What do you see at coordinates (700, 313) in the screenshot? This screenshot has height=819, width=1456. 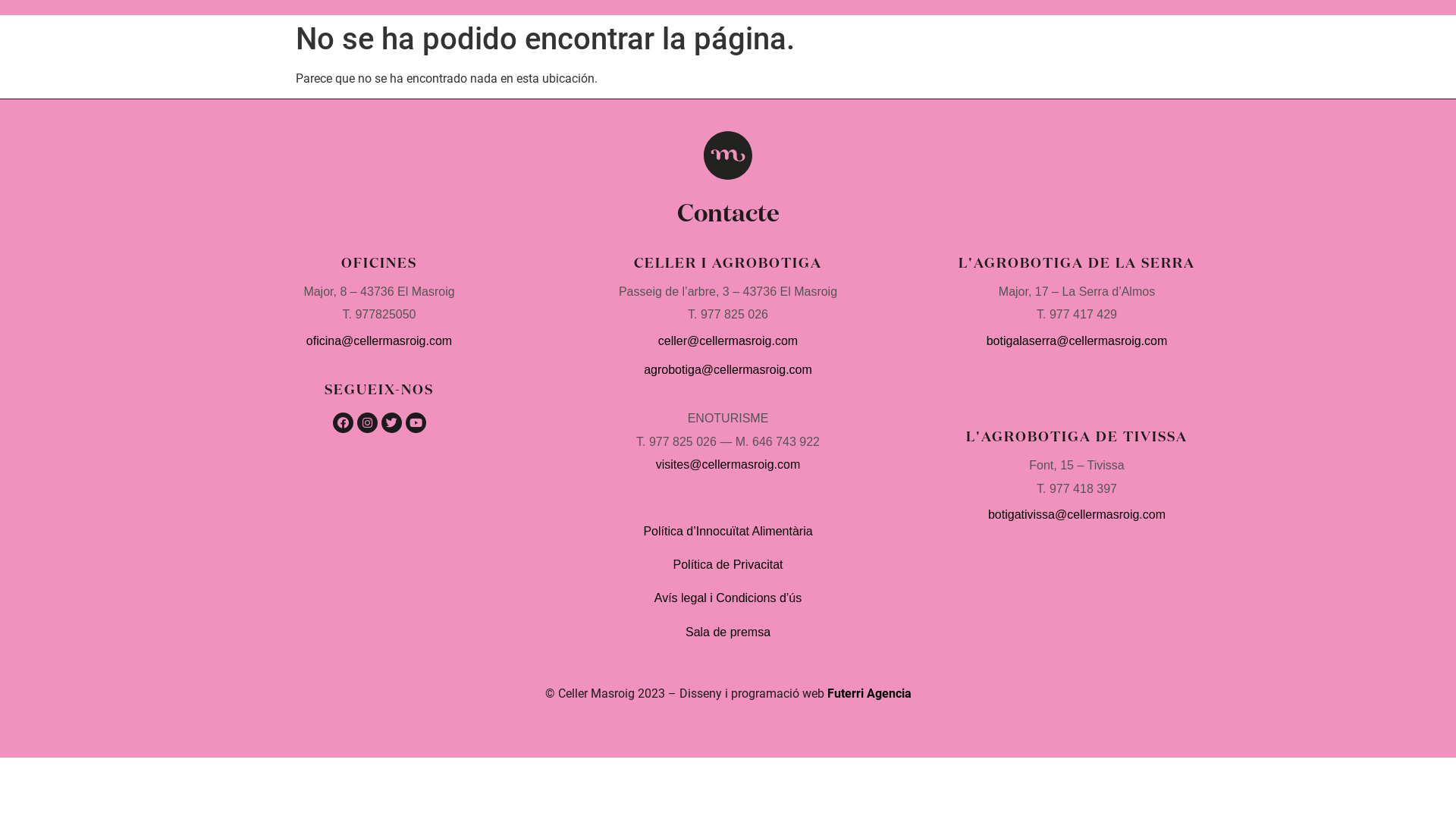 I see `'977 825 026'` at bounding box center [700, 313].